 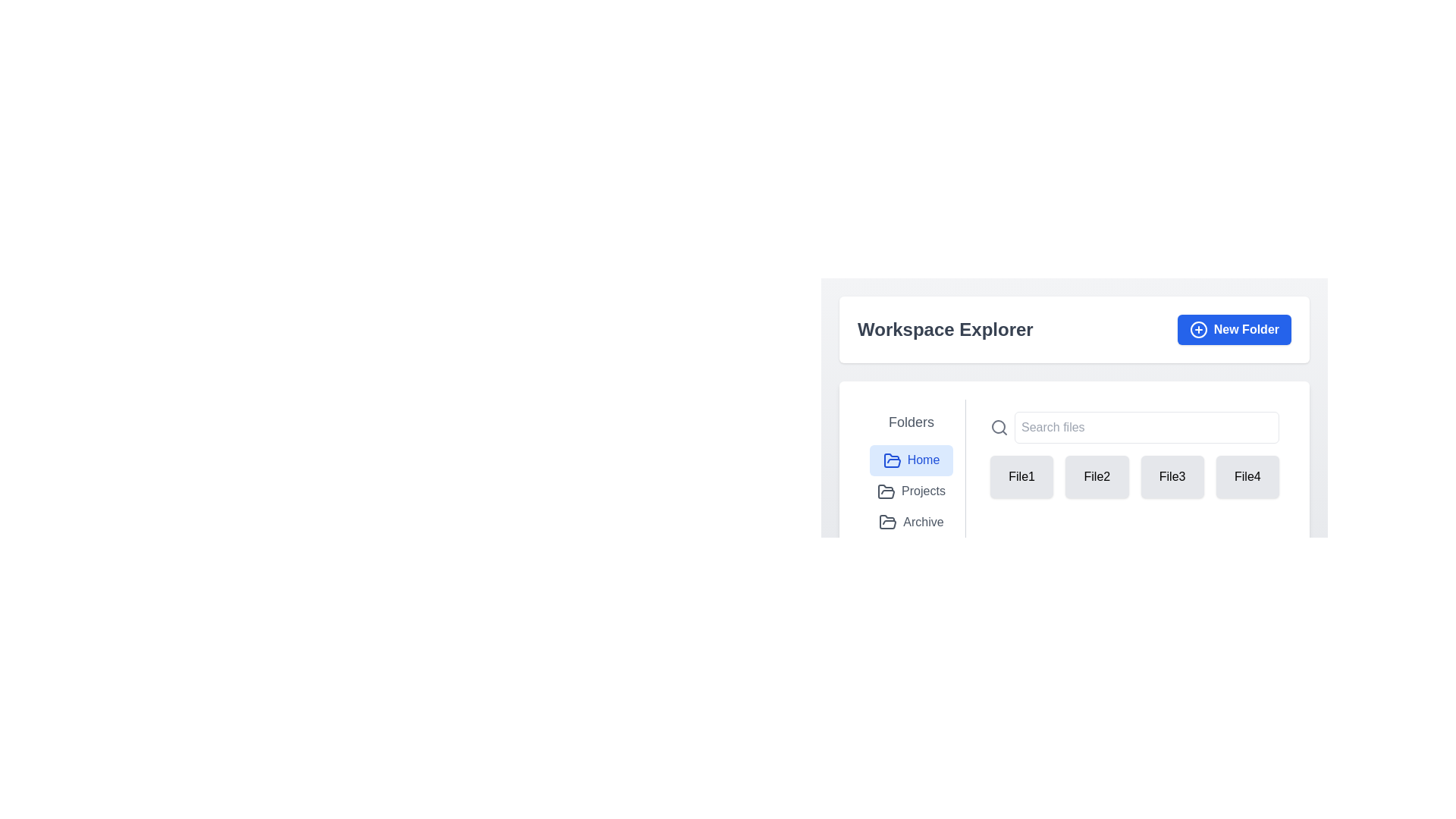 What do you see at coordinates (910, 422) in the screenshot?
I see `the 'Folders' text label, which is styled with a large gray font and serves as a header in the left navigation area` at bounding box center [910, 422].